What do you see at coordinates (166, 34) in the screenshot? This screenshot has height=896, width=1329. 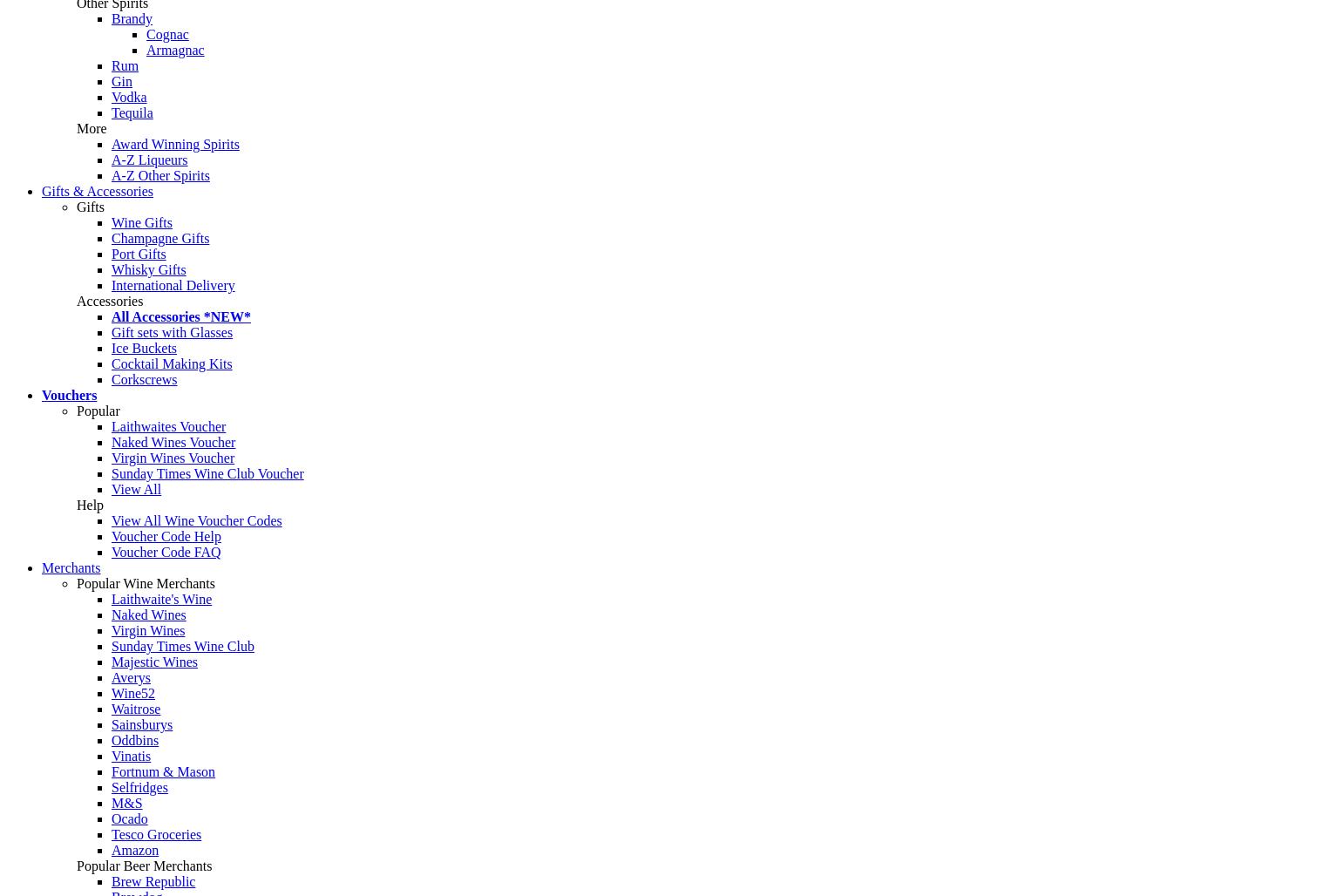 I see `'Cognac'` at bounding box center [166, 34].